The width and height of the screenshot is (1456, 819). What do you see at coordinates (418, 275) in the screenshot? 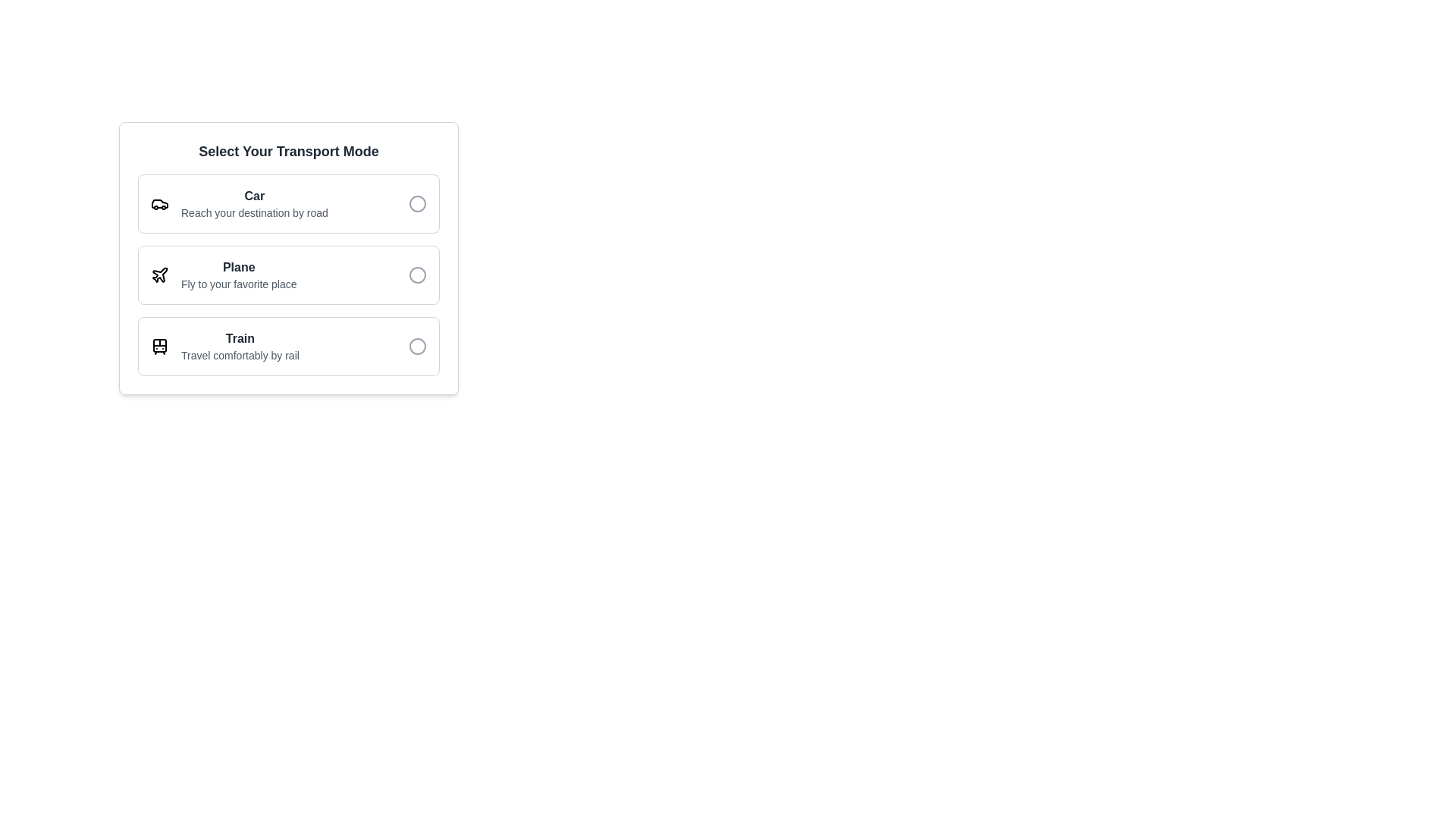
I see `the circular icon styled with a gray outline and transparent interior, located to the right of the 'Plane' option in the transport modes list` at bounding box center [418, 275].